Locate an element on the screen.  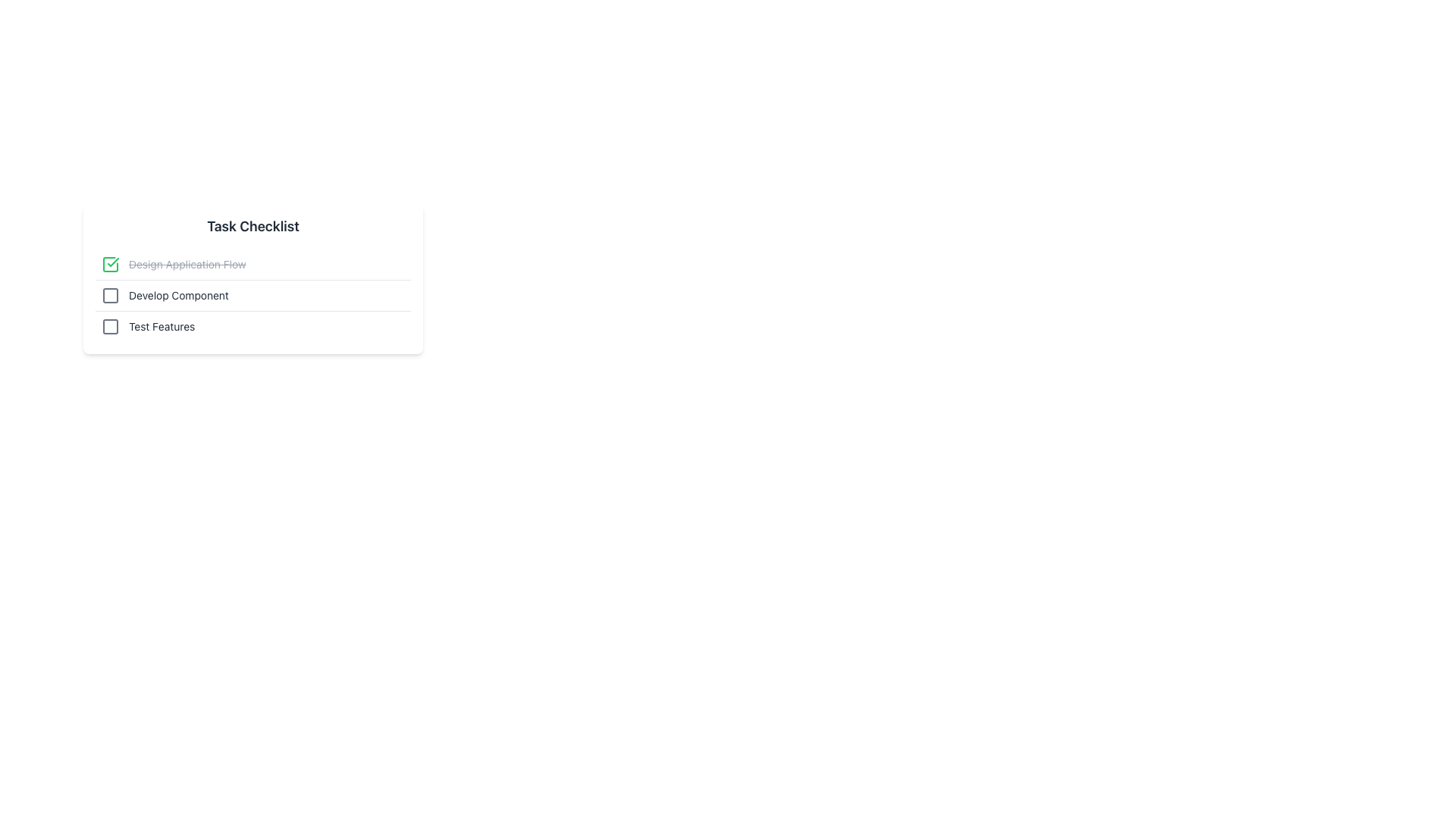
the checkbox for 'Test Features' is located at coordinates (109, 326).